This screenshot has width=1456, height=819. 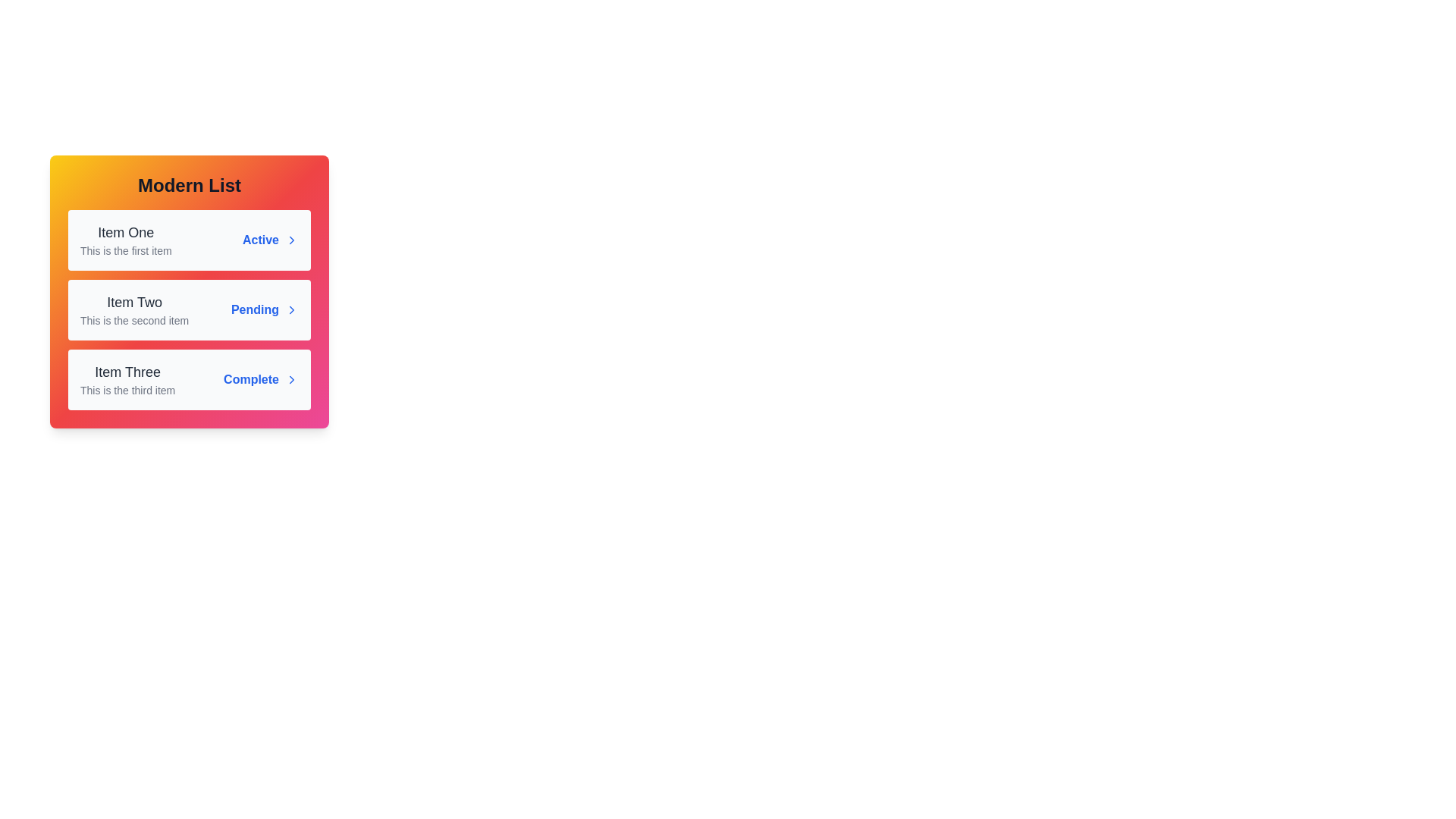 I want to click on the list item Item Two to observe the hover effect, so click(x=188, y=309).